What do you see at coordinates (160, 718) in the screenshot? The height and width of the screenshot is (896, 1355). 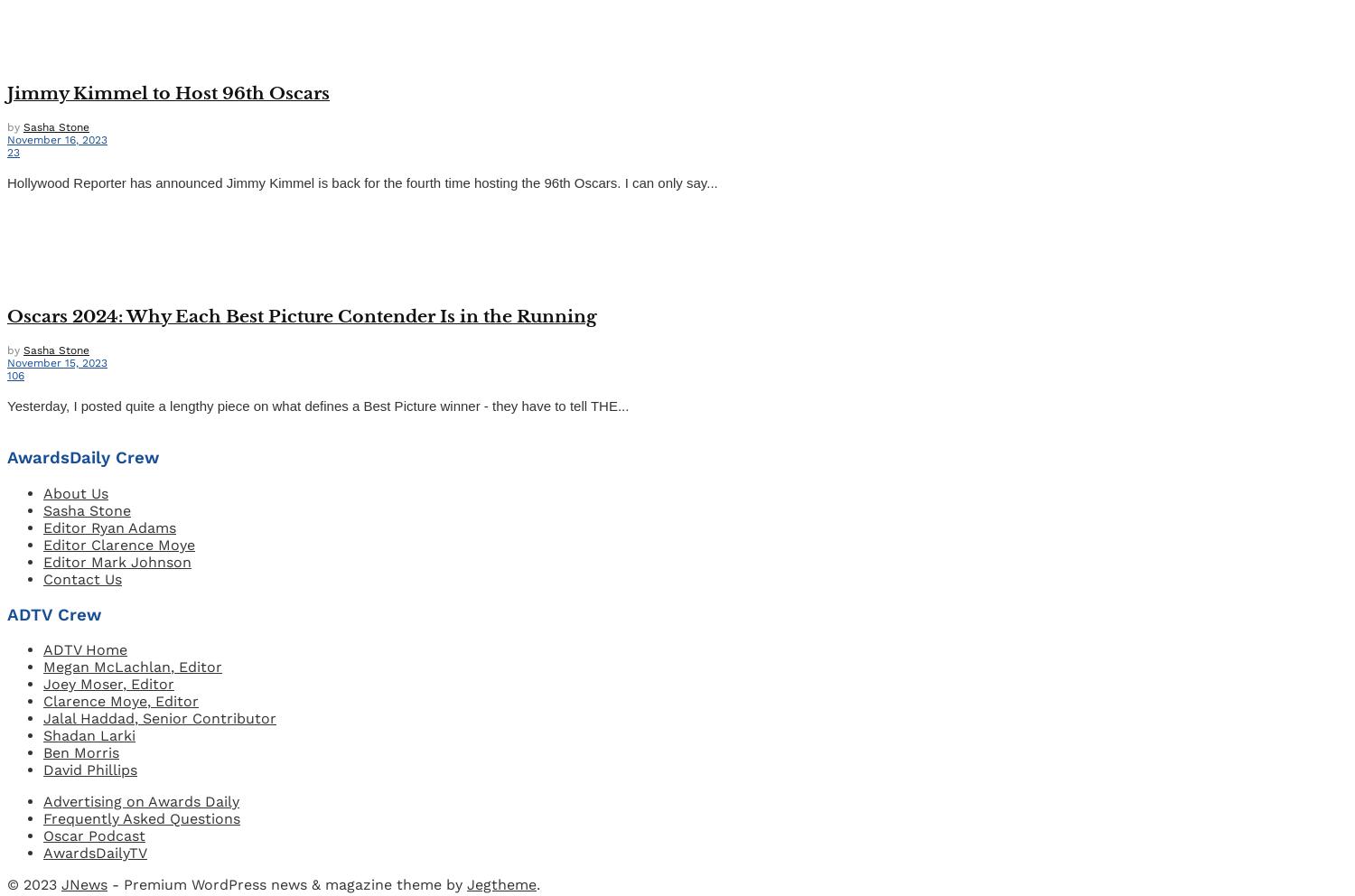 I see `'Jalal Haddad, Senior Contributor'` at bounding box center [160, 718].